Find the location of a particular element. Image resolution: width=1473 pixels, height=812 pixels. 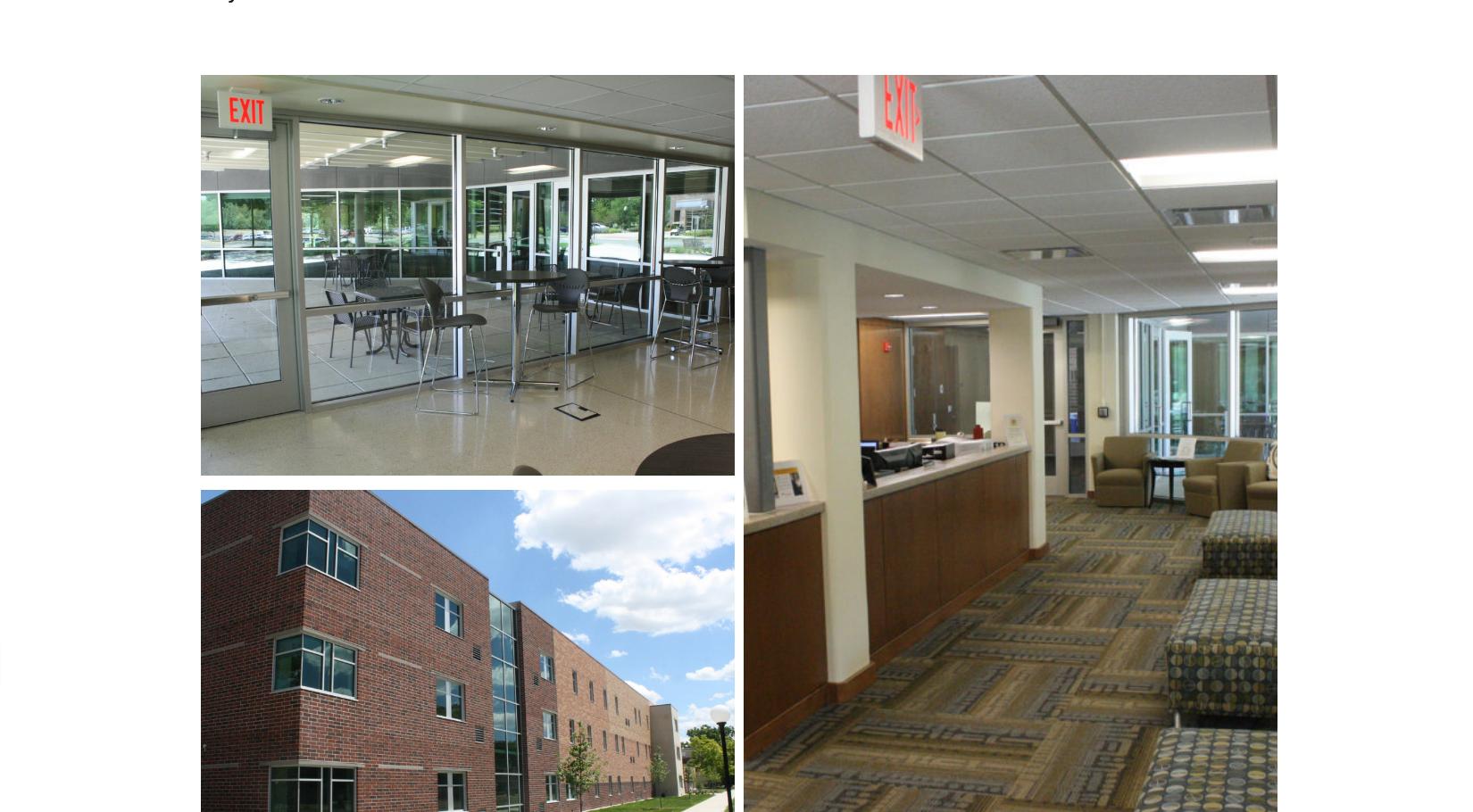

'Resources' is located at coordinates (736, 700).